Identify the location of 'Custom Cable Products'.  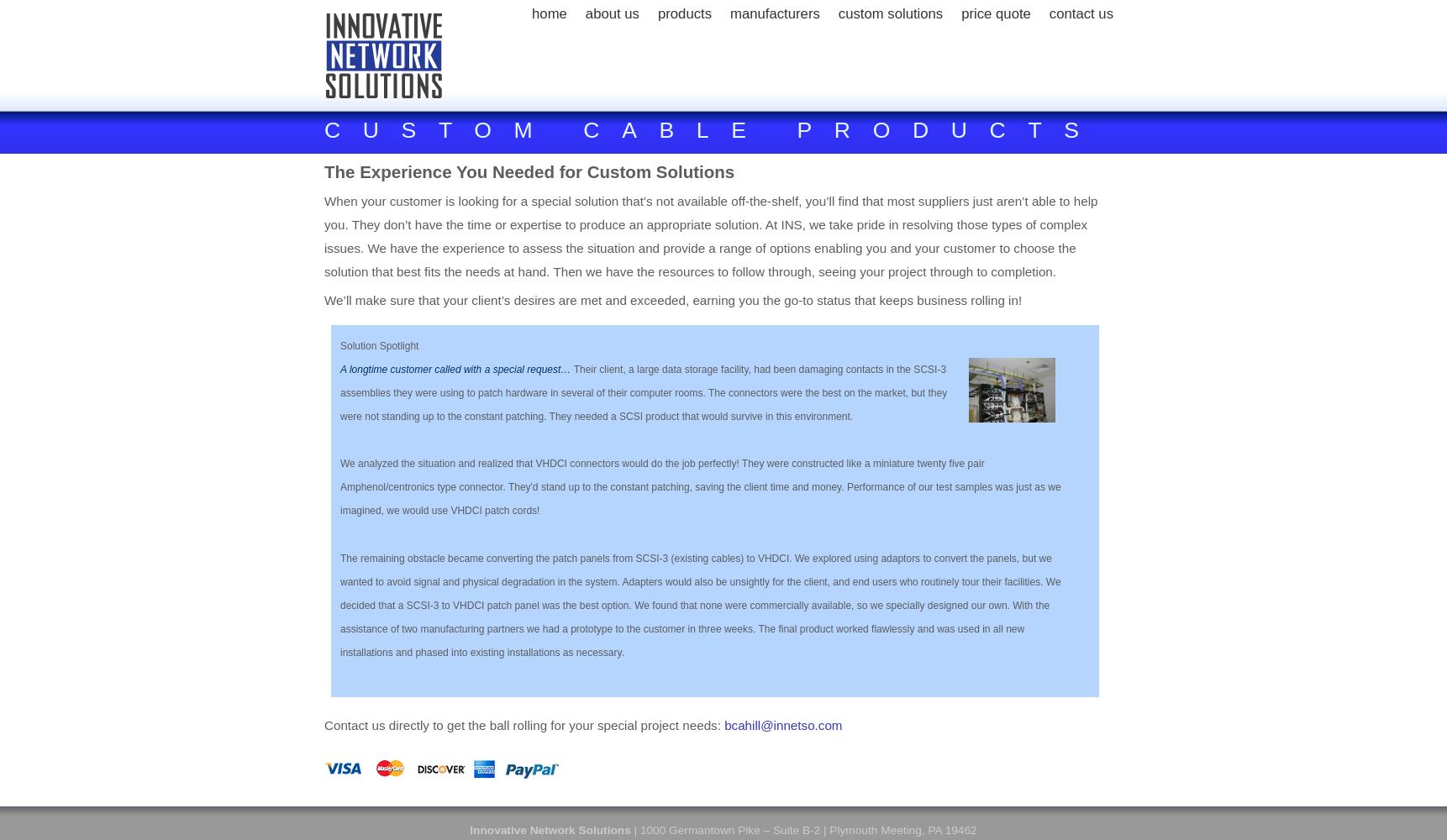
(712, 130).